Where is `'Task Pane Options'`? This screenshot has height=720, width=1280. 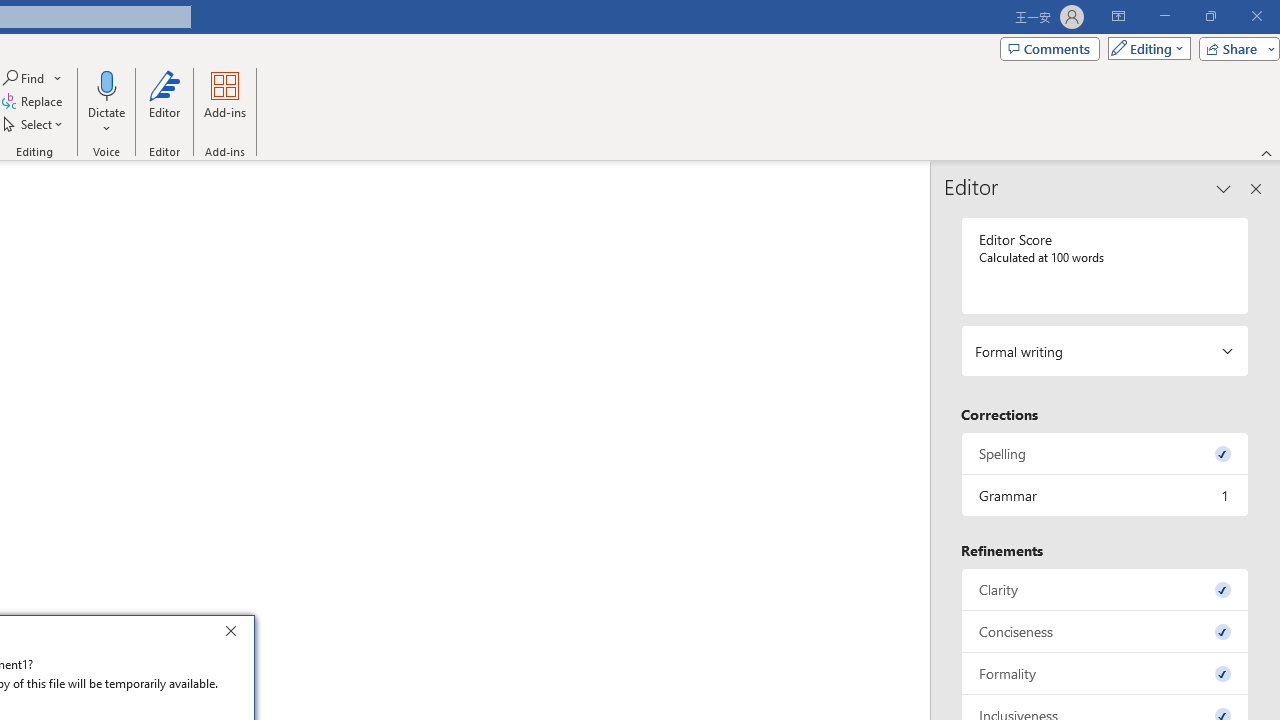
'Task Pane Options' is located at coordinates (1223, 189).